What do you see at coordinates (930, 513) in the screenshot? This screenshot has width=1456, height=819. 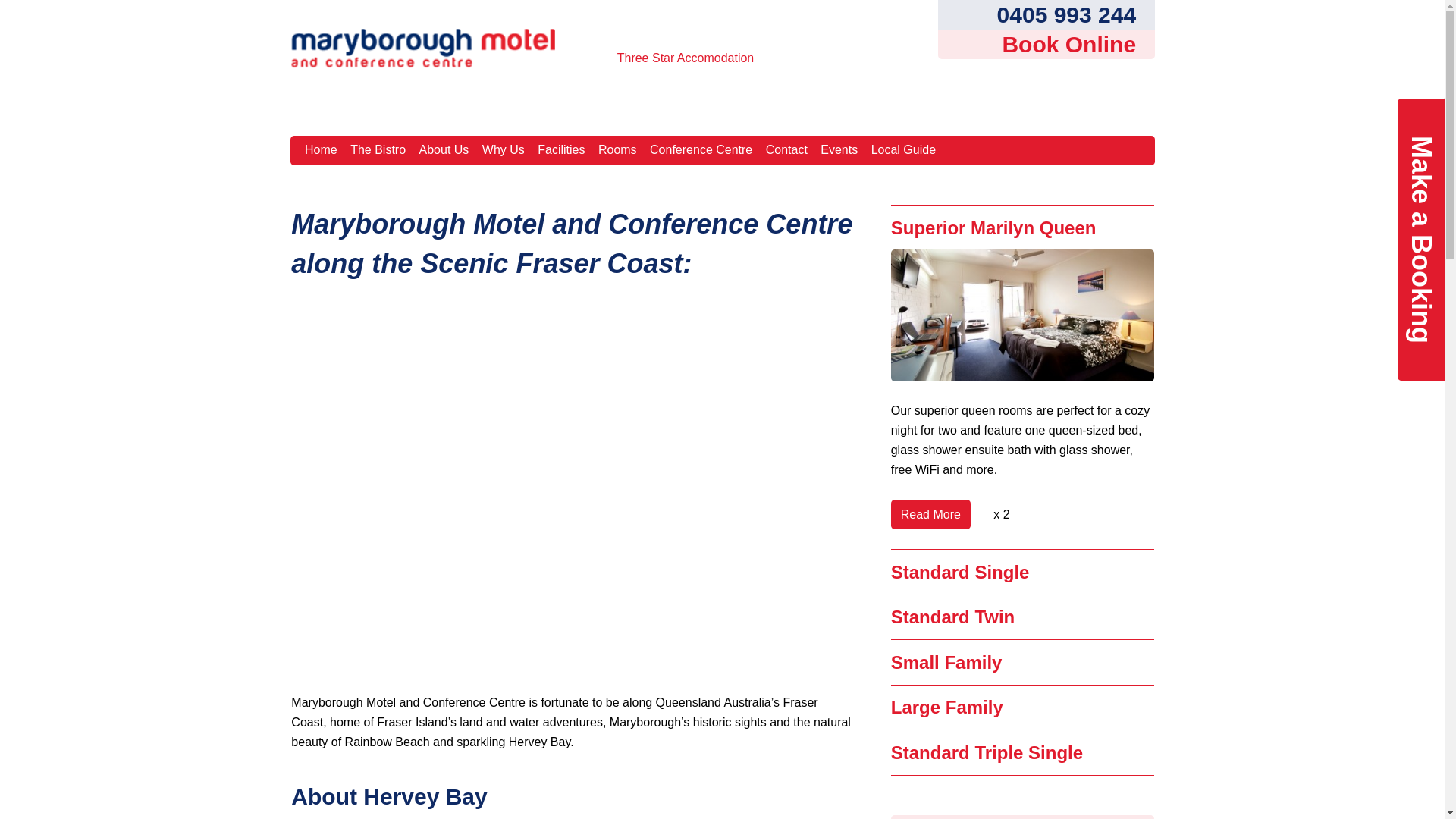 I see `'Read More'` at bounding box center [930, 513].